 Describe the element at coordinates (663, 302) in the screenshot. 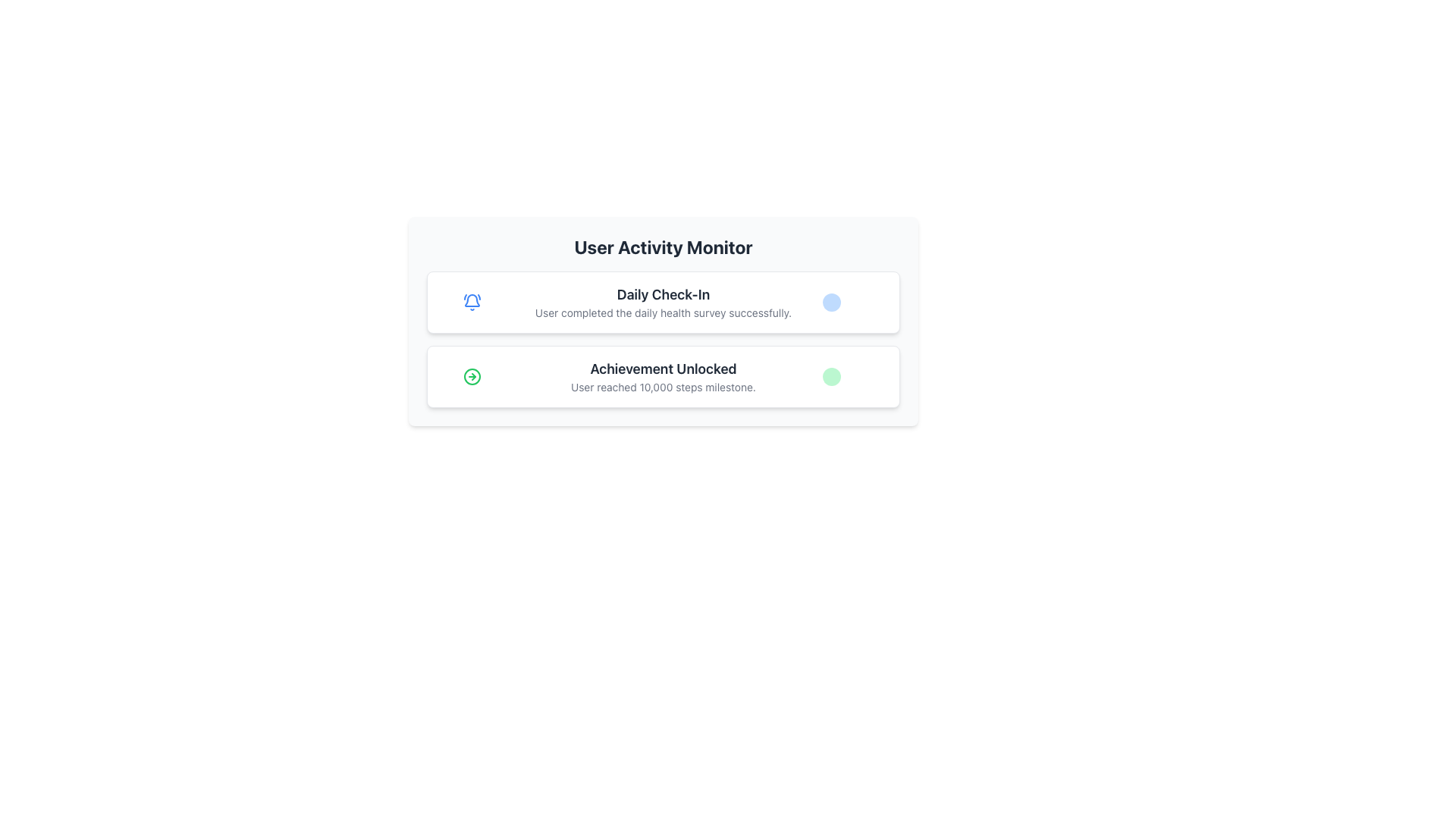

I see `the text description element summarizing the completion status of the daily health survey, located in the second card of the 'User Activity Monitor' section` at that location.